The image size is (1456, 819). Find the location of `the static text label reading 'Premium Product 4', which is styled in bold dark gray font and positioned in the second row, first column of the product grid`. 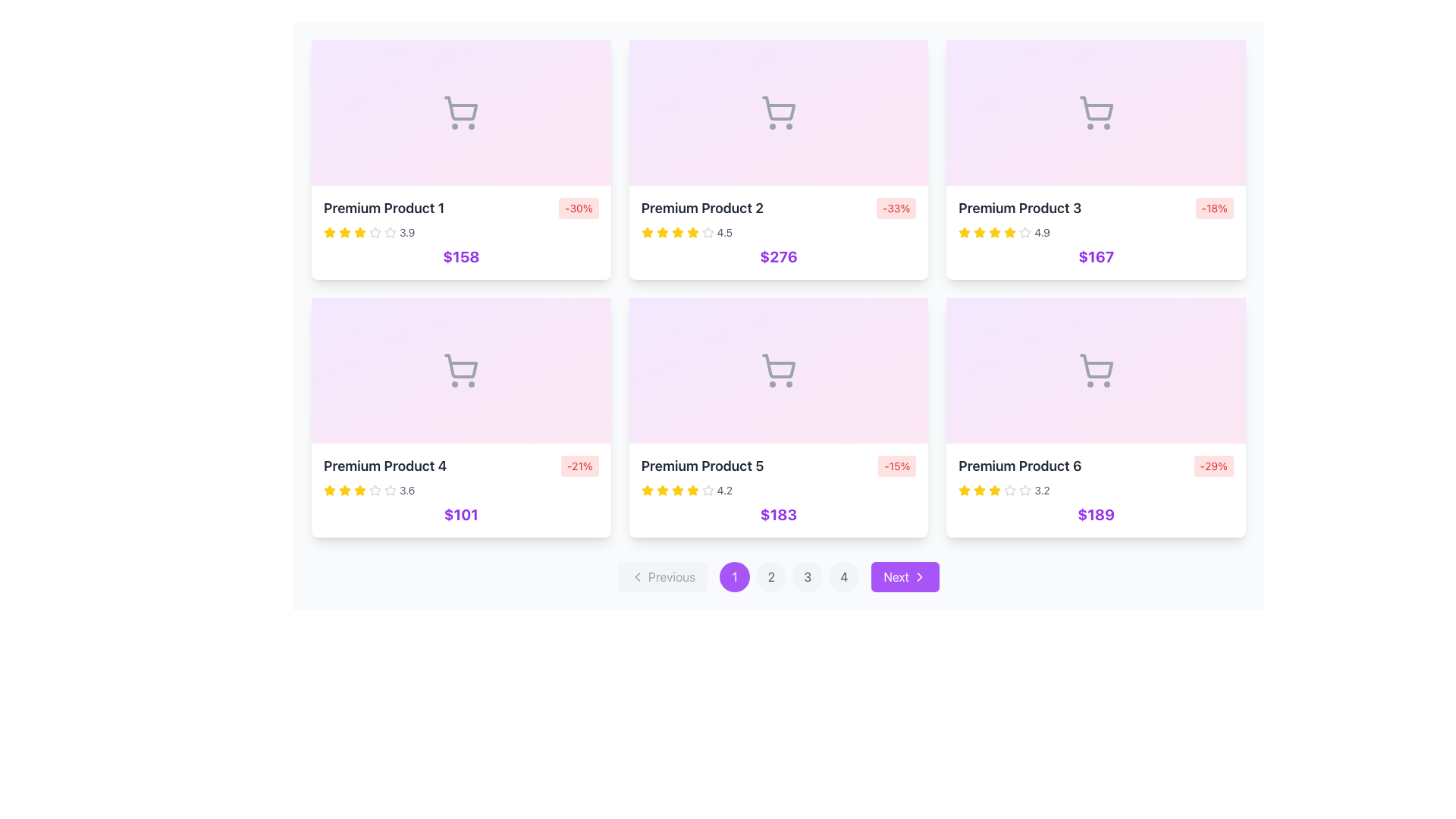

the static text label reading 'Premium Product 4', which is styled in bold dark gray font and positioned in the second row, first column of the product grid is located at coordinates (385, 465).